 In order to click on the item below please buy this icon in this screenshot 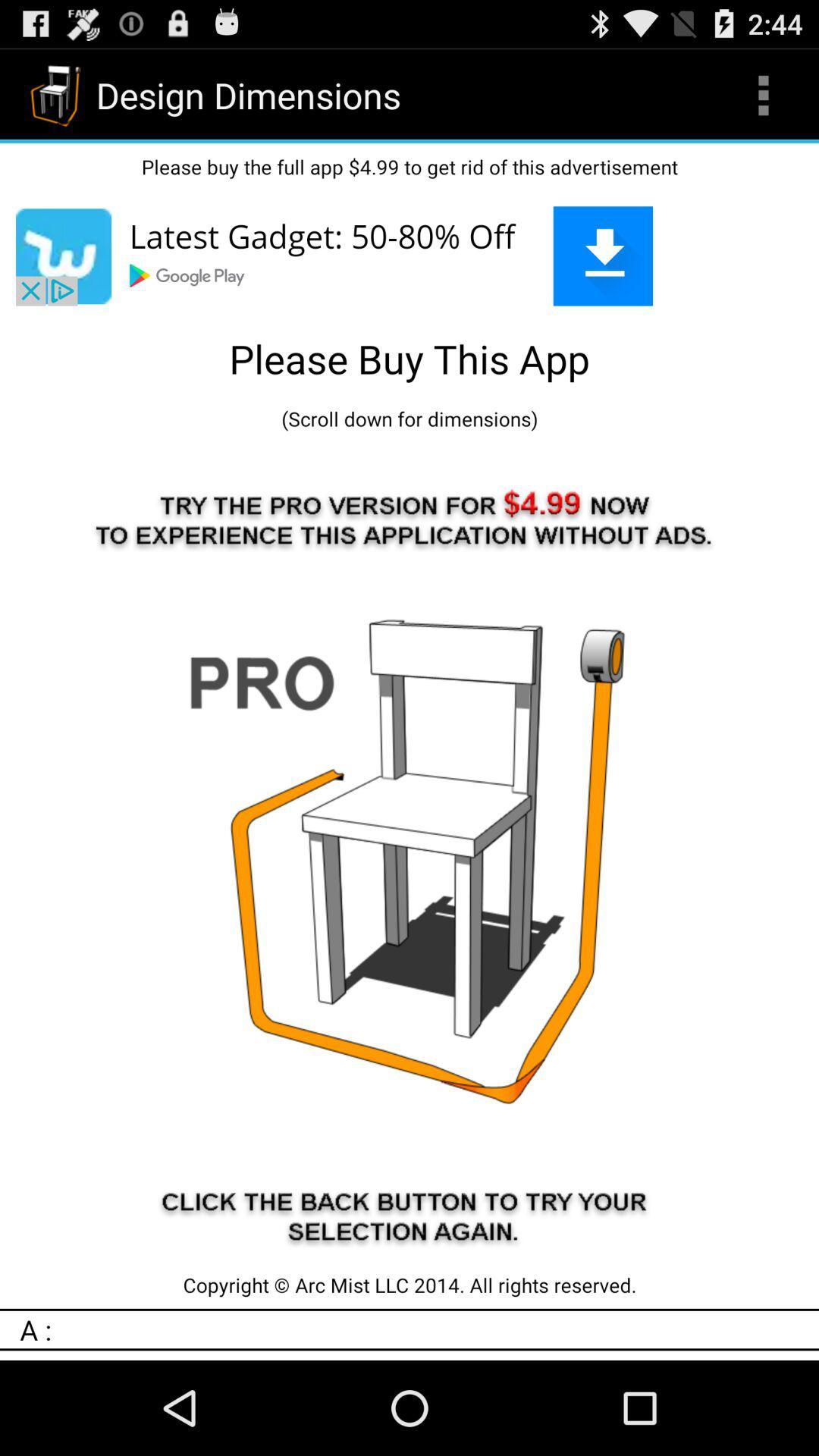, I will do `click(409, 419)`.